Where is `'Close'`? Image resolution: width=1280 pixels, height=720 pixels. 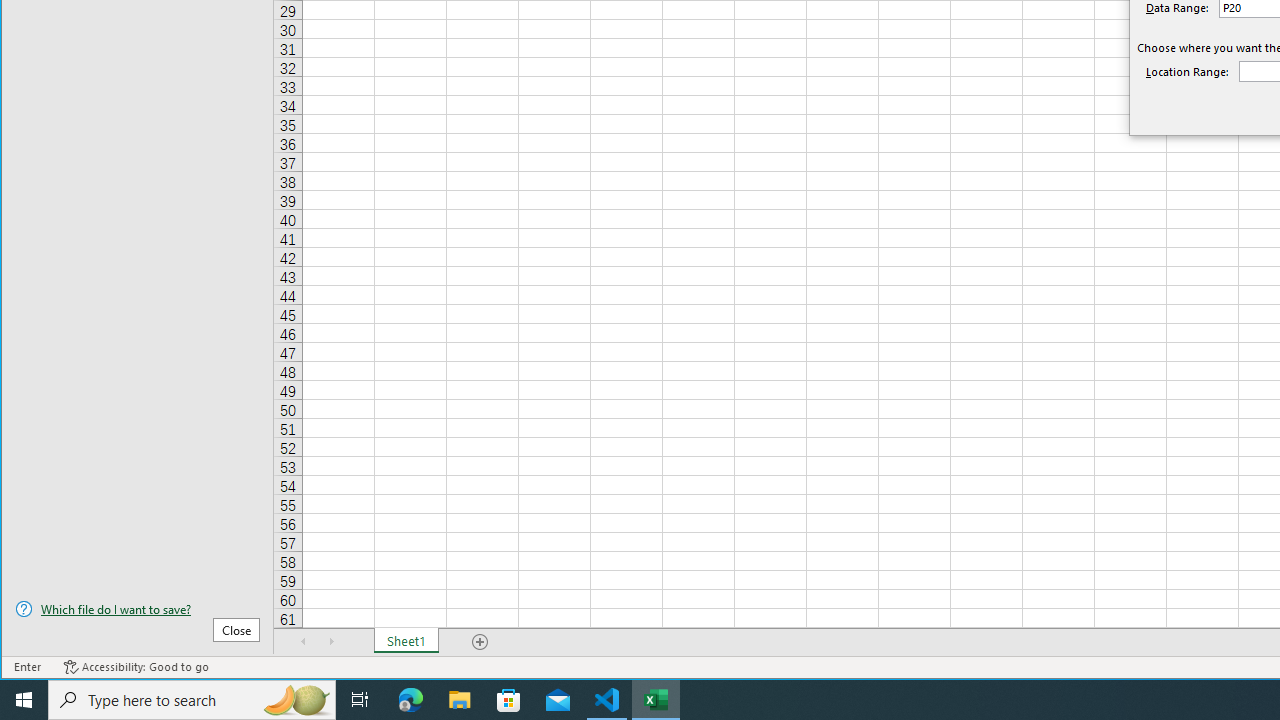
'Close' is located at coordinates (236, 630).